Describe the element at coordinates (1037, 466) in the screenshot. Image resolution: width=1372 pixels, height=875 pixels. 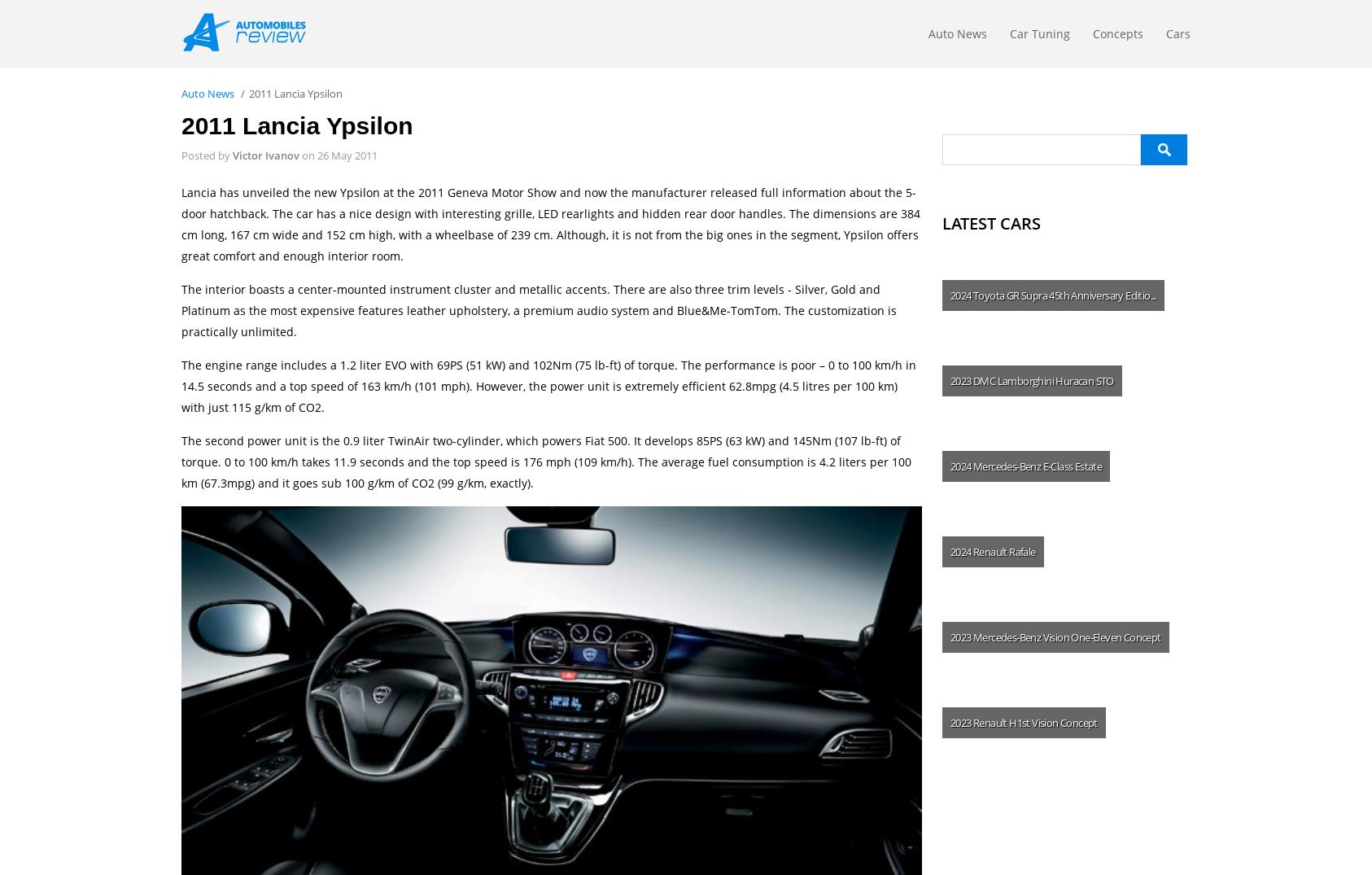
I see `'Mercedes-Benz E-Class Estate'` at that location.